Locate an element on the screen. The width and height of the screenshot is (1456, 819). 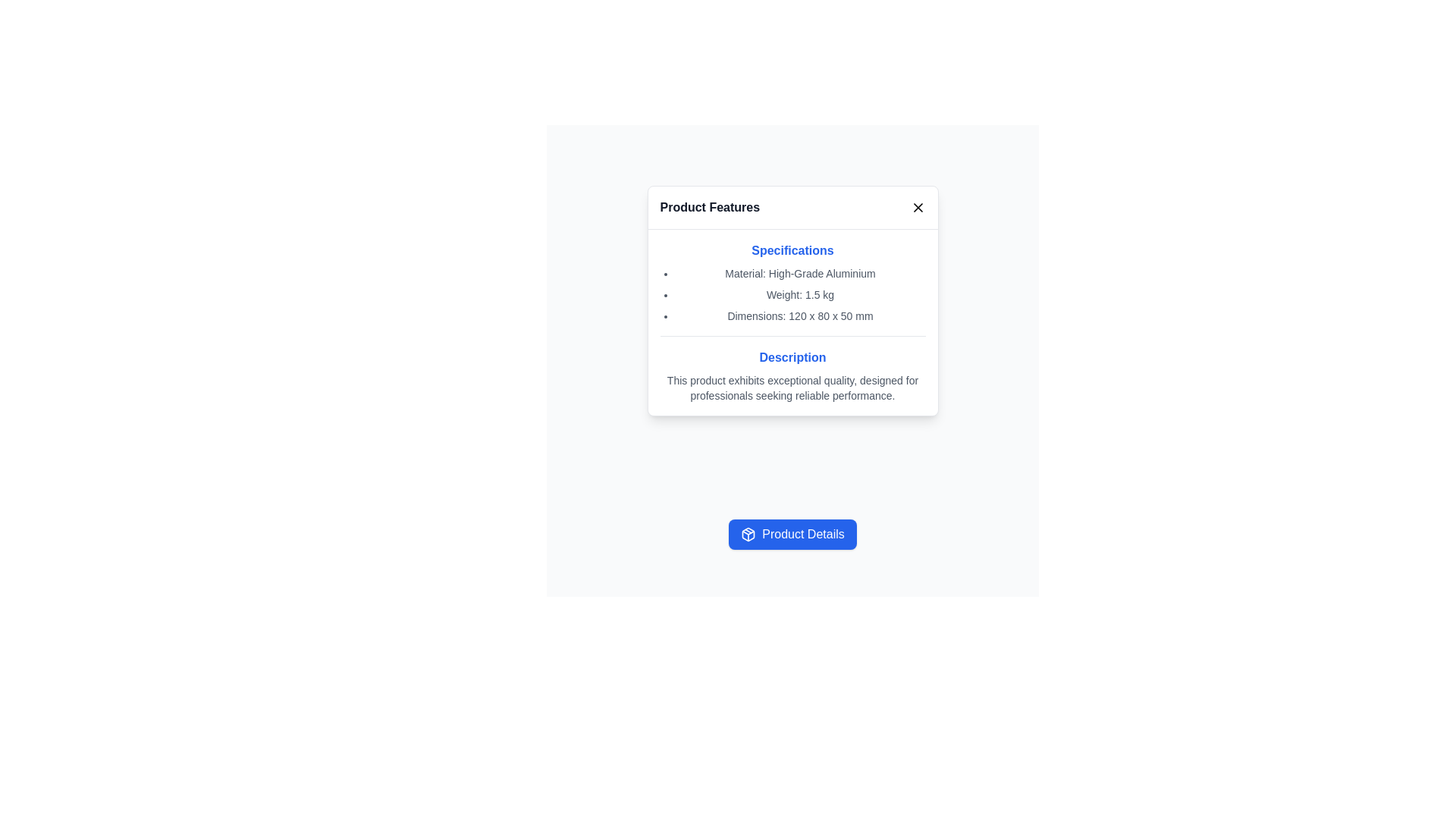
the third text label under the 'Specifications' header that displays dimension information of a product is located at coordinates (799, 315).